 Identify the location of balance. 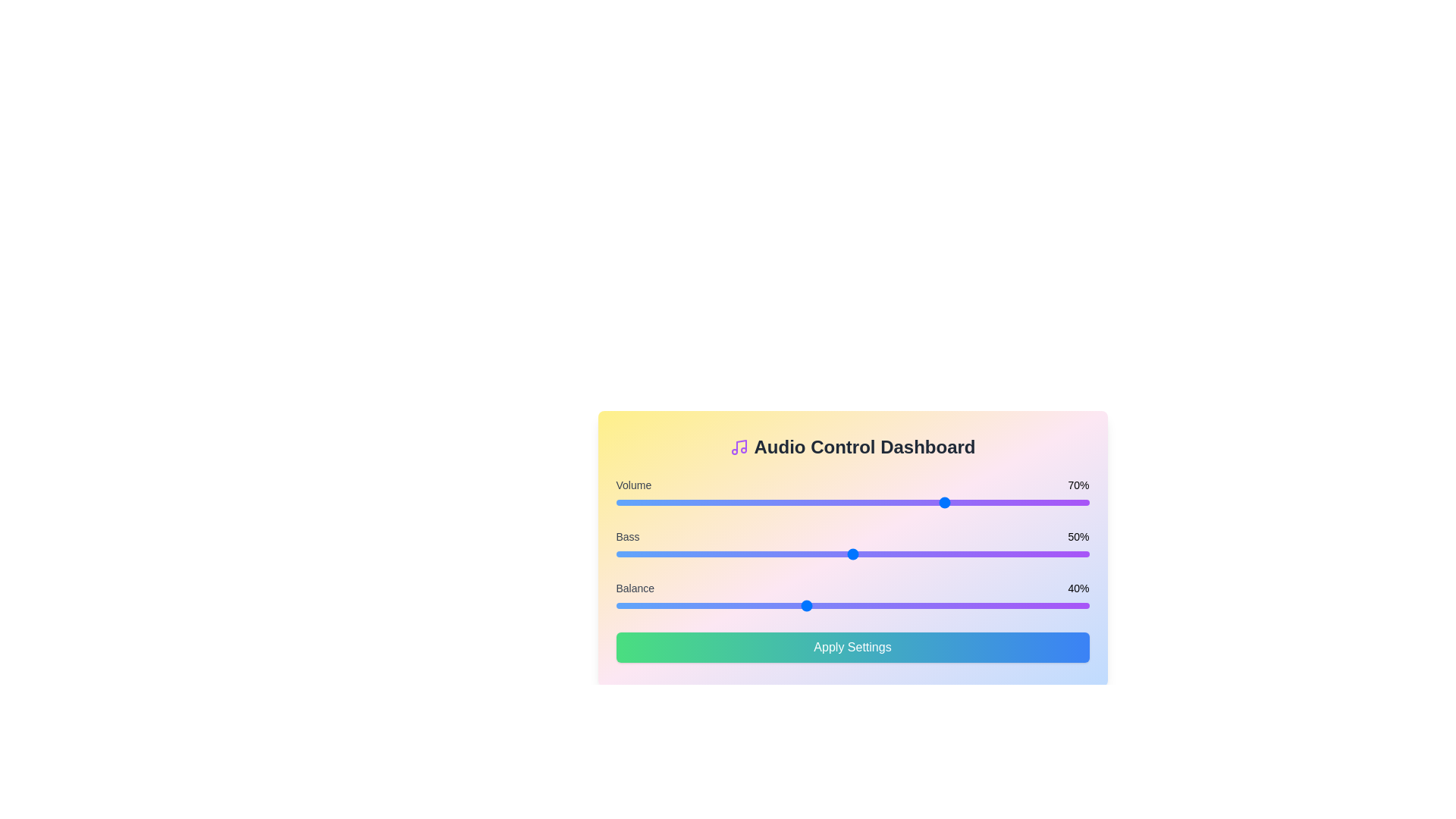
(809, 604).